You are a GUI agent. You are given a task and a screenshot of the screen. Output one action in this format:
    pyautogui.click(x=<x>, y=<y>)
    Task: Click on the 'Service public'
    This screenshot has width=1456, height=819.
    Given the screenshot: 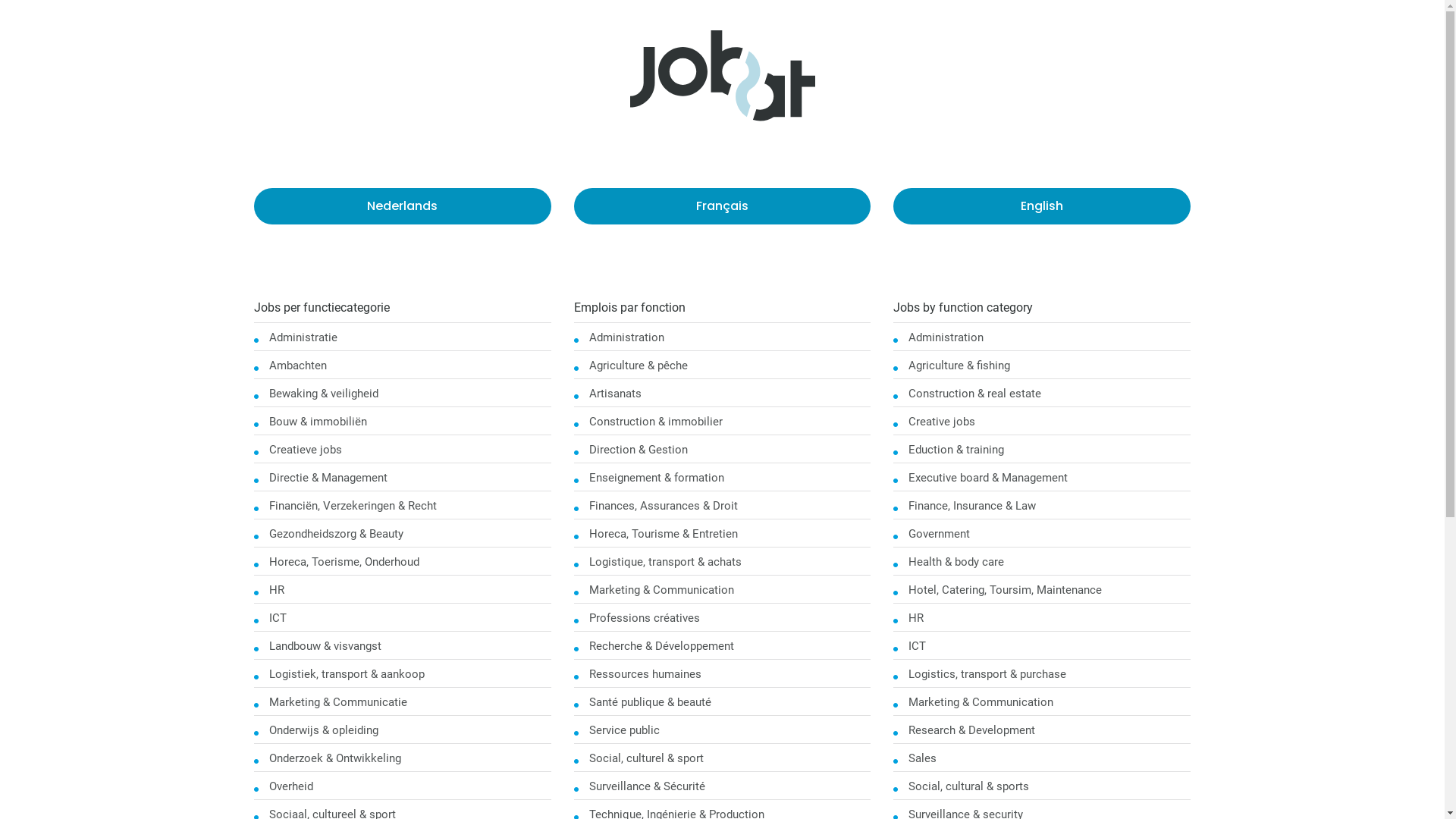 What is the action you would take?
    pyautogui.click(x=624, y=730)
    